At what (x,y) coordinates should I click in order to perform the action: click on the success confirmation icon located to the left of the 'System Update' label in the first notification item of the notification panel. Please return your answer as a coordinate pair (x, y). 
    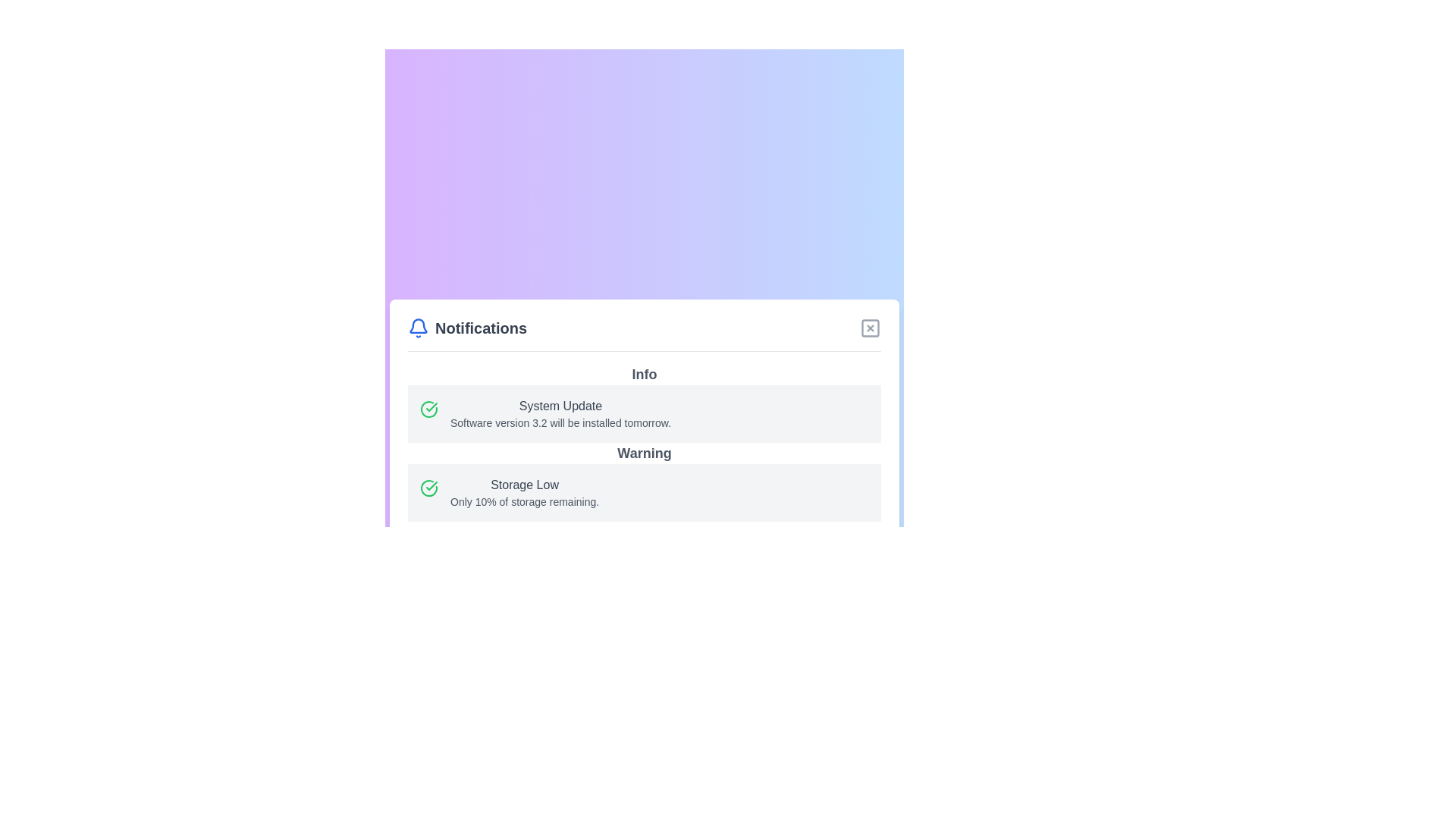
    Looking at the image, I should click on (431, 485).